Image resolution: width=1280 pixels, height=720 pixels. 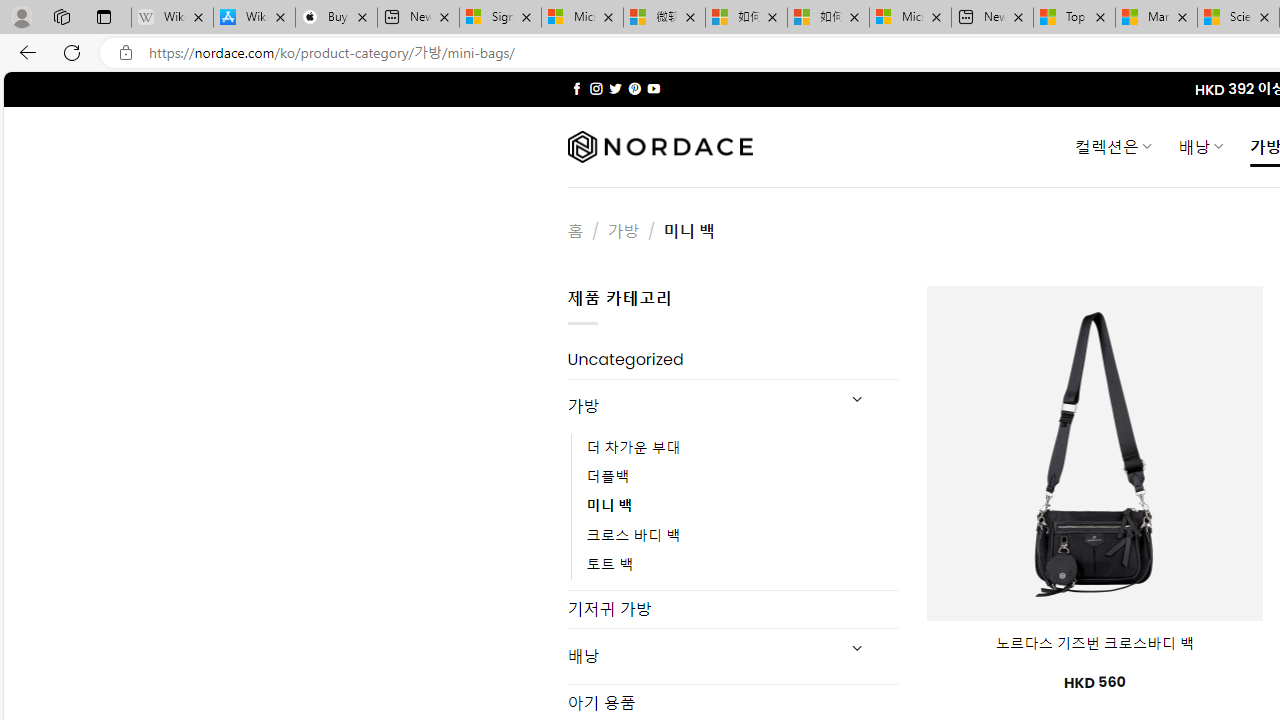 I want to click on 'Nordace', so click(x=659, y=146).